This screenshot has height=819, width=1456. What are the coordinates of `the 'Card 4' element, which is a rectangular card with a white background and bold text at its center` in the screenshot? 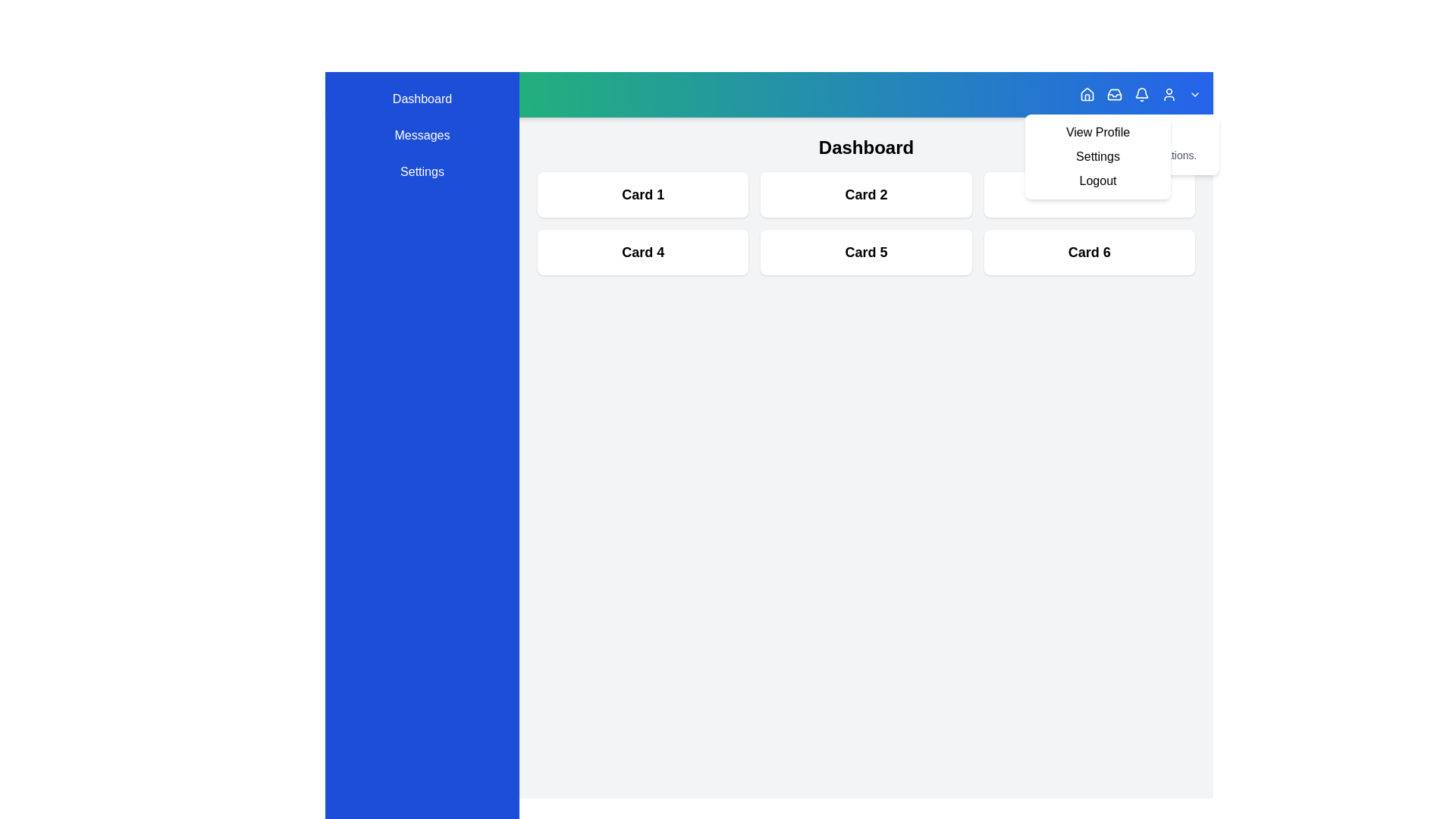 It's located at (643, 251).